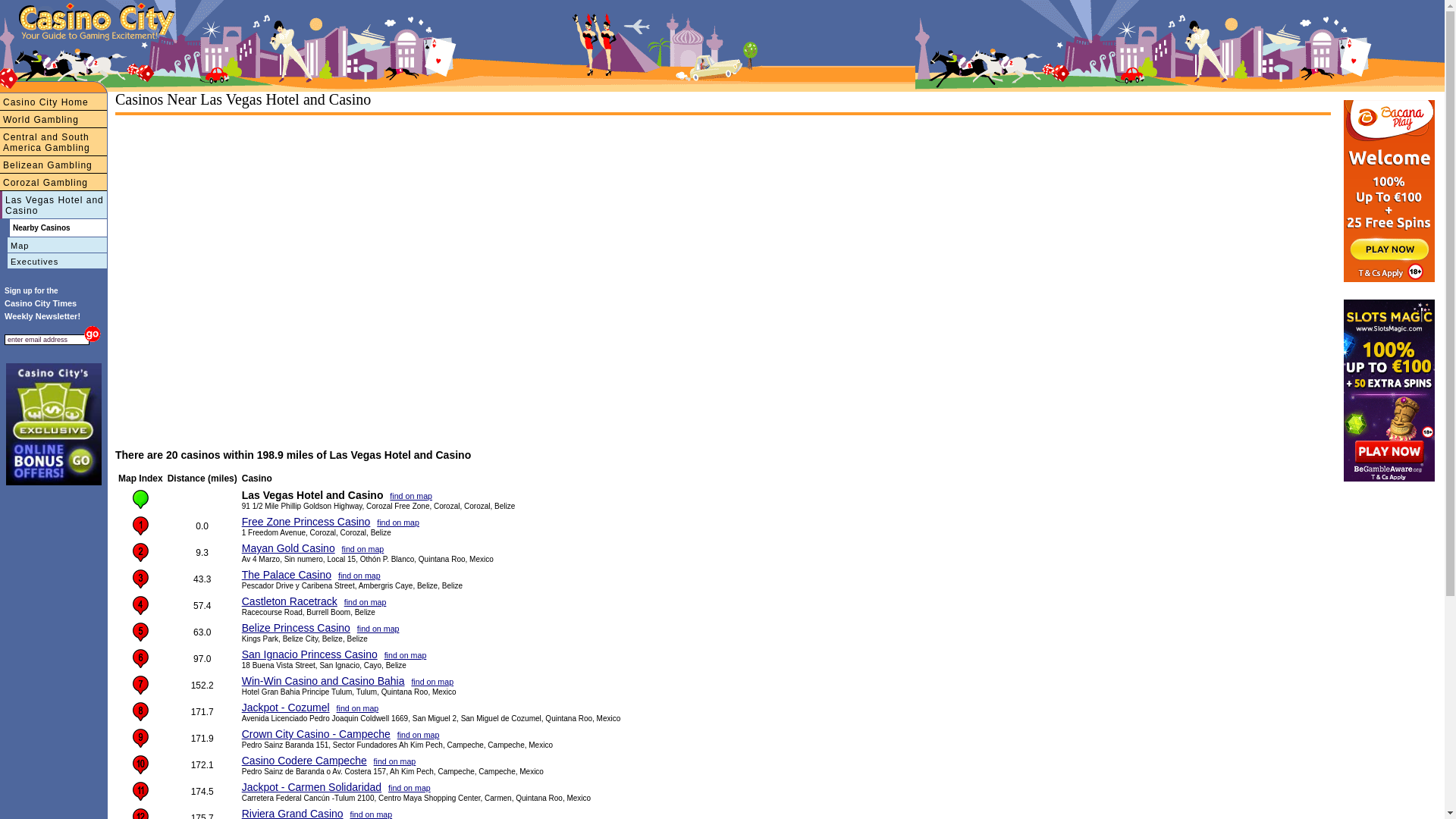  What do you see at coordinates (47, 338) in the screenshot?
I see `'enter email address'` at bounding box center [47, 338].